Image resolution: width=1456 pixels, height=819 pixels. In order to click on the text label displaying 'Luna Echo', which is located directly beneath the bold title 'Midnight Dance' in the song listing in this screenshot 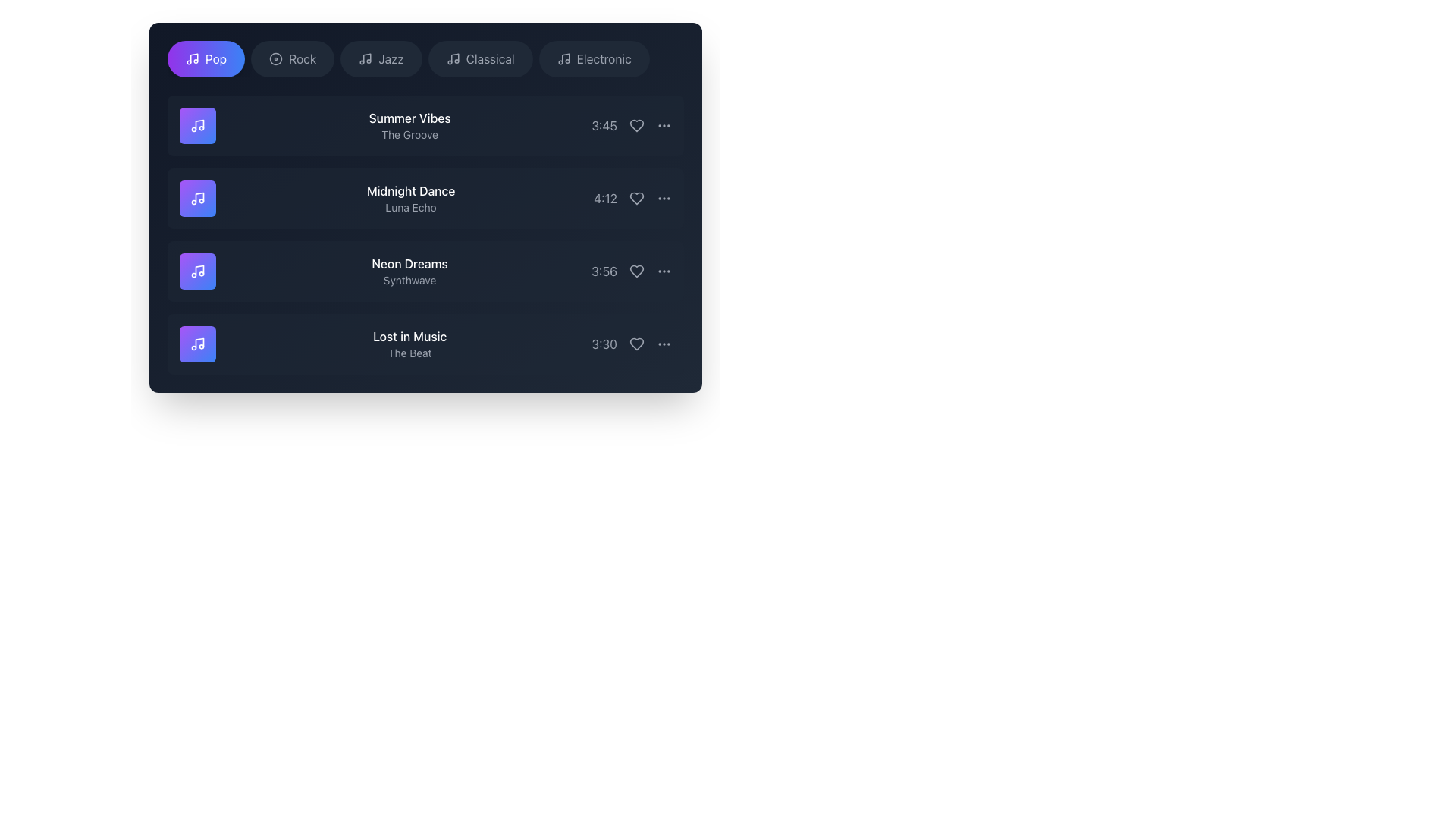, I will do `click(411, 207)`.